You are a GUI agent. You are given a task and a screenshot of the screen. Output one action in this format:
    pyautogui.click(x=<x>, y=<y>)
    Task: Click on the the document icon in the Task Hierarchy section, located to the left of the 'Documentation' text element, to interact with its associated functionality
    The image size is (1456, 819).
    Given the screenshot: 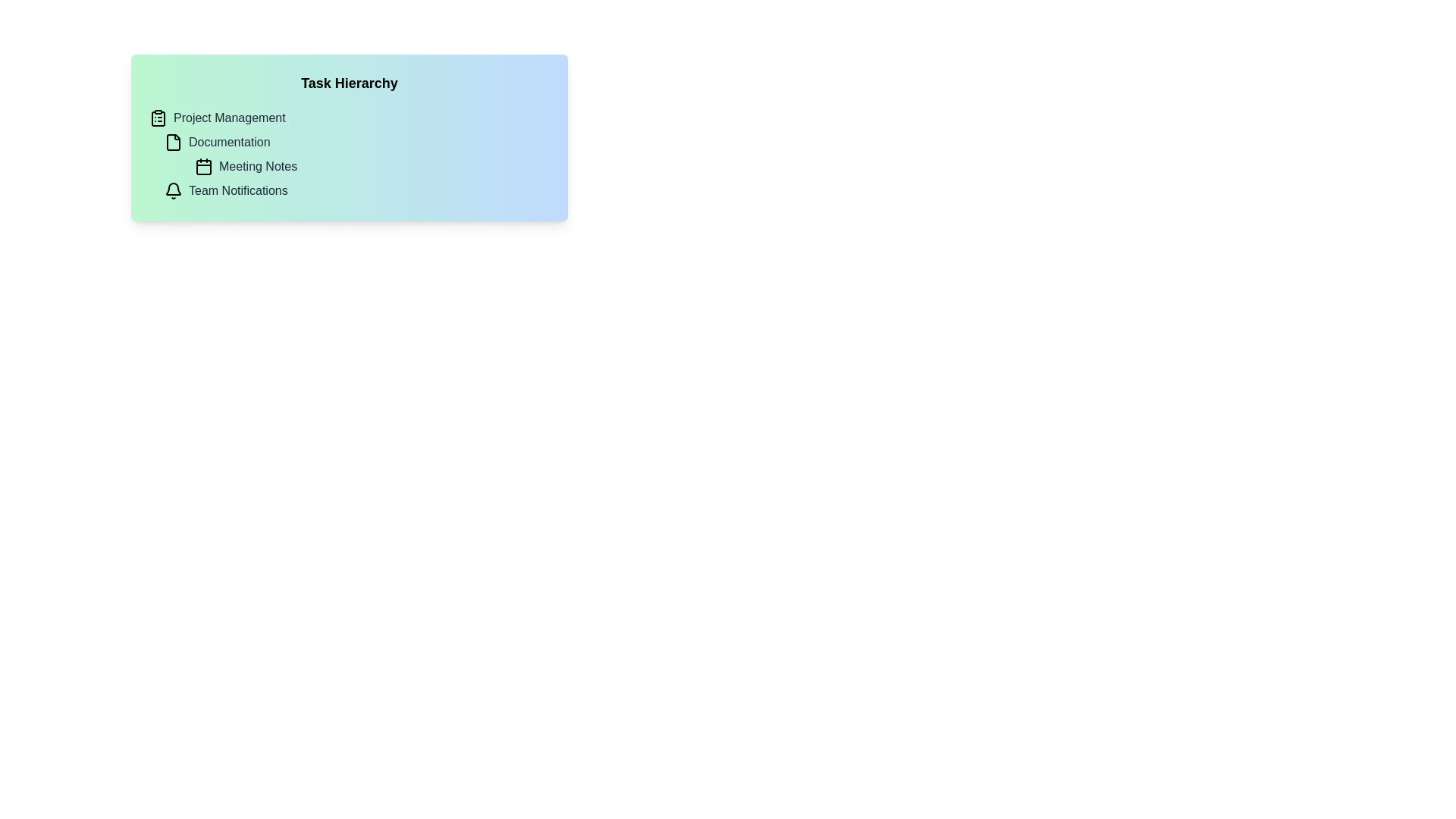 What is the action you would take?
    pyautogui.click(x=174, y=143)
    